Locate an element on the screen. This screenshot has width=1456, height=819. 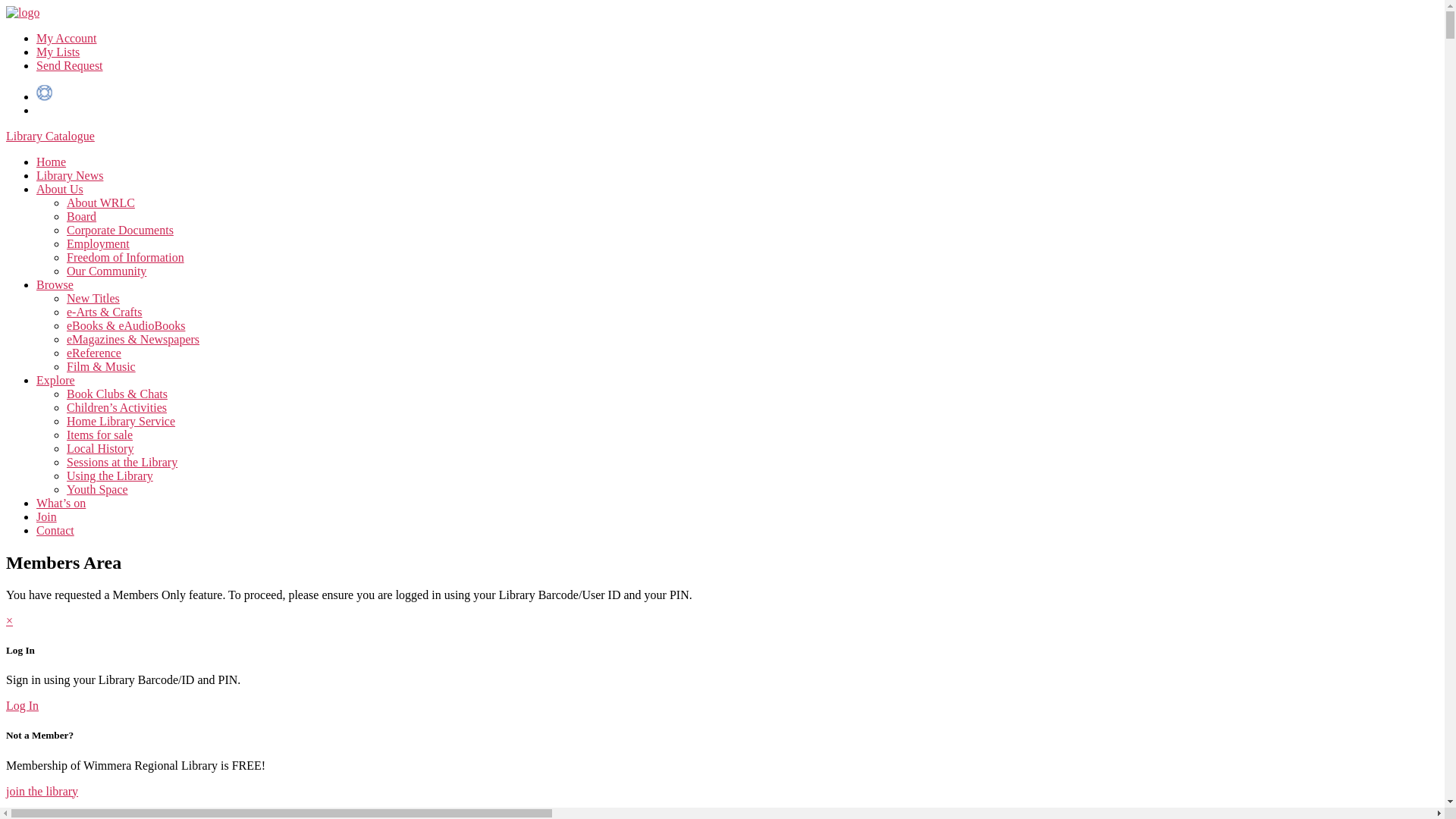
'About WRLC' is located at coordinates (100, 202).